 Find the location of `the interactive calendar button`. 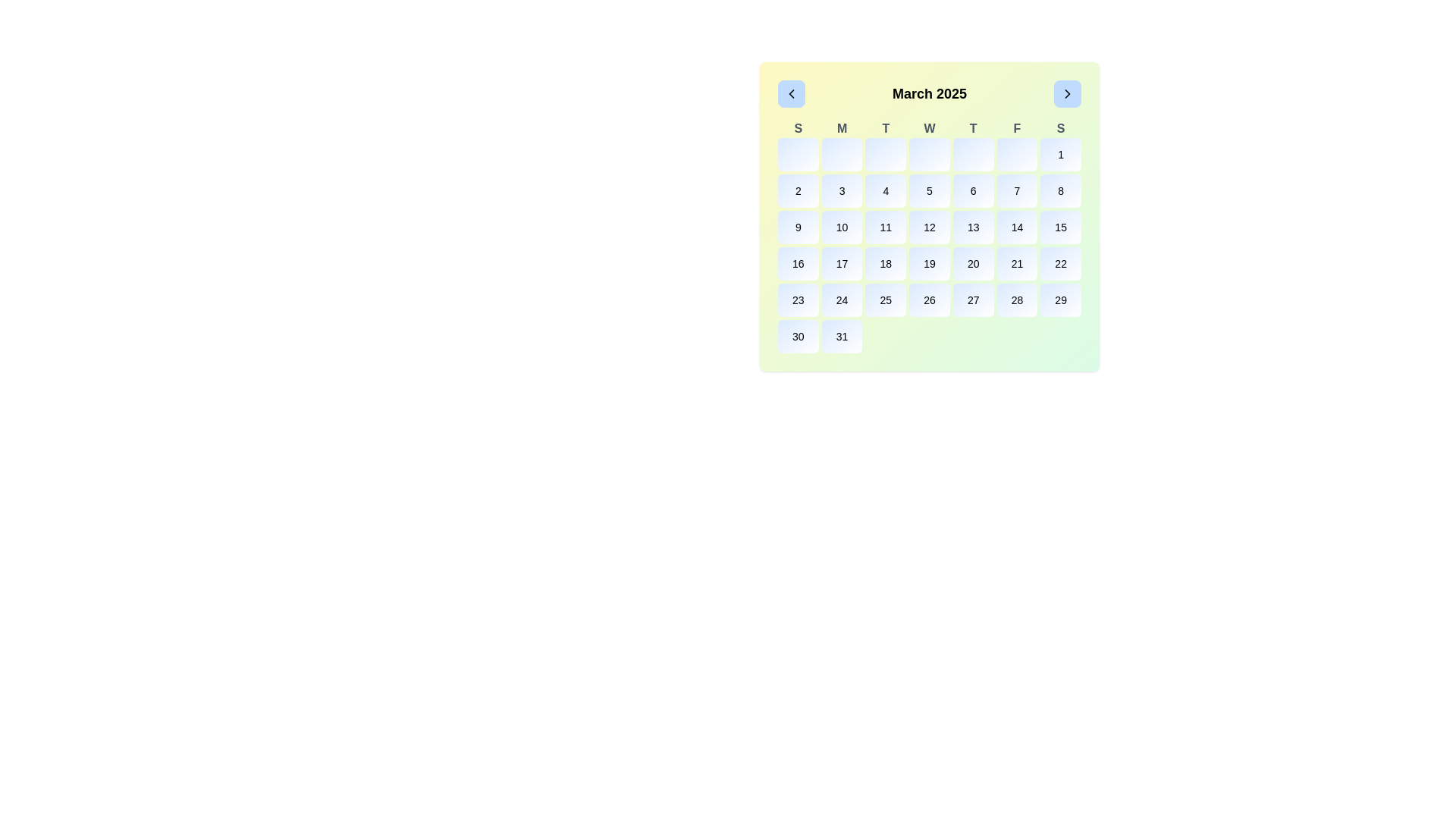

the interactive calendar button is located at coordinates (1017, 155).